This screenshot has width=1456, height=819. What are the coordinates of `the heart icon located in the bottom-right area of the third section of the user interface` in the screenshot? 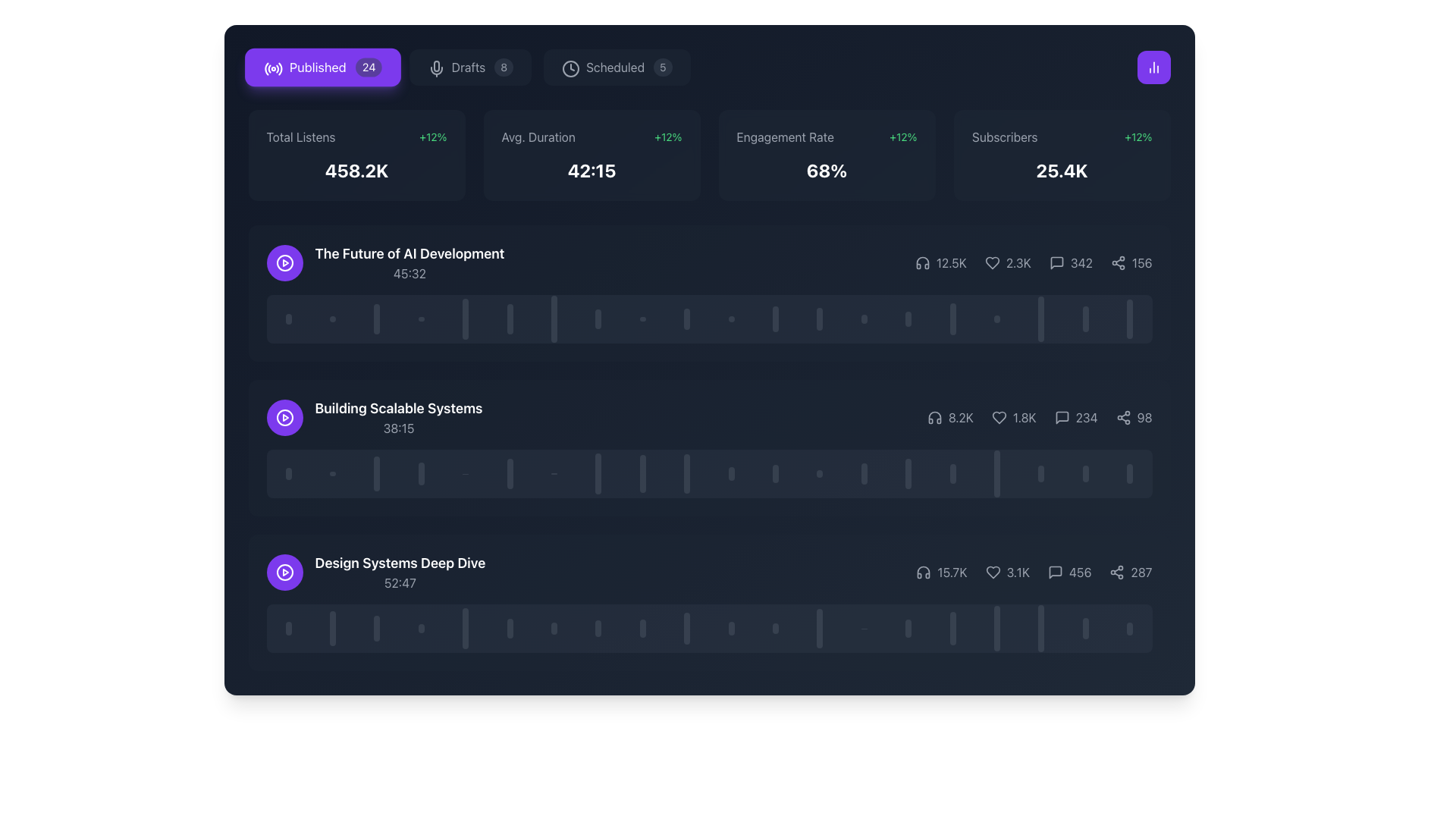 It's located at (993, 573).